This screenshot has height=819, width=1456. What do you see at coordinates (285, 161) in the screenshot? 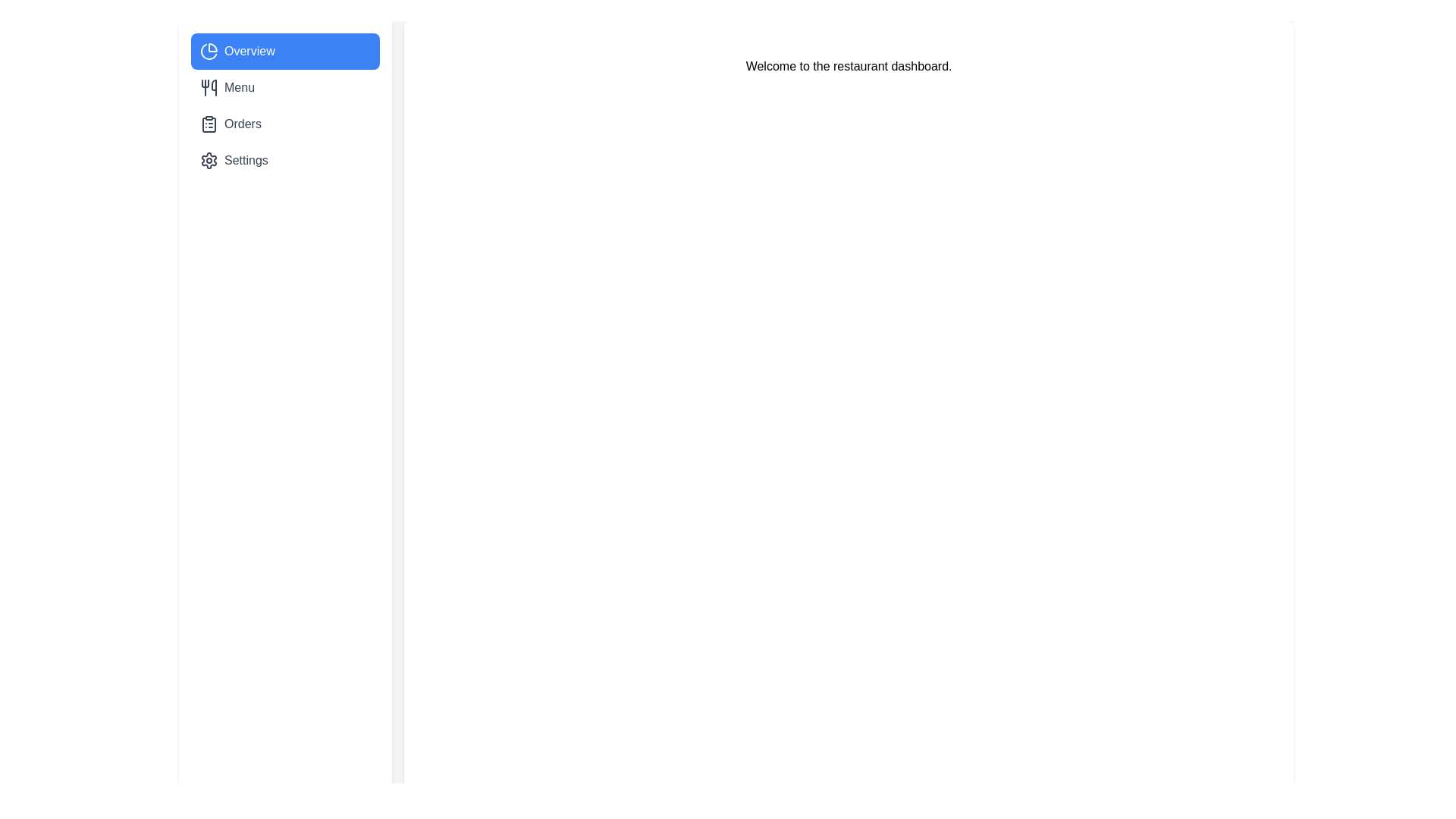
I see `the fourth button in the vertical list of options in the sidebar` at bounding box center [285, 161].